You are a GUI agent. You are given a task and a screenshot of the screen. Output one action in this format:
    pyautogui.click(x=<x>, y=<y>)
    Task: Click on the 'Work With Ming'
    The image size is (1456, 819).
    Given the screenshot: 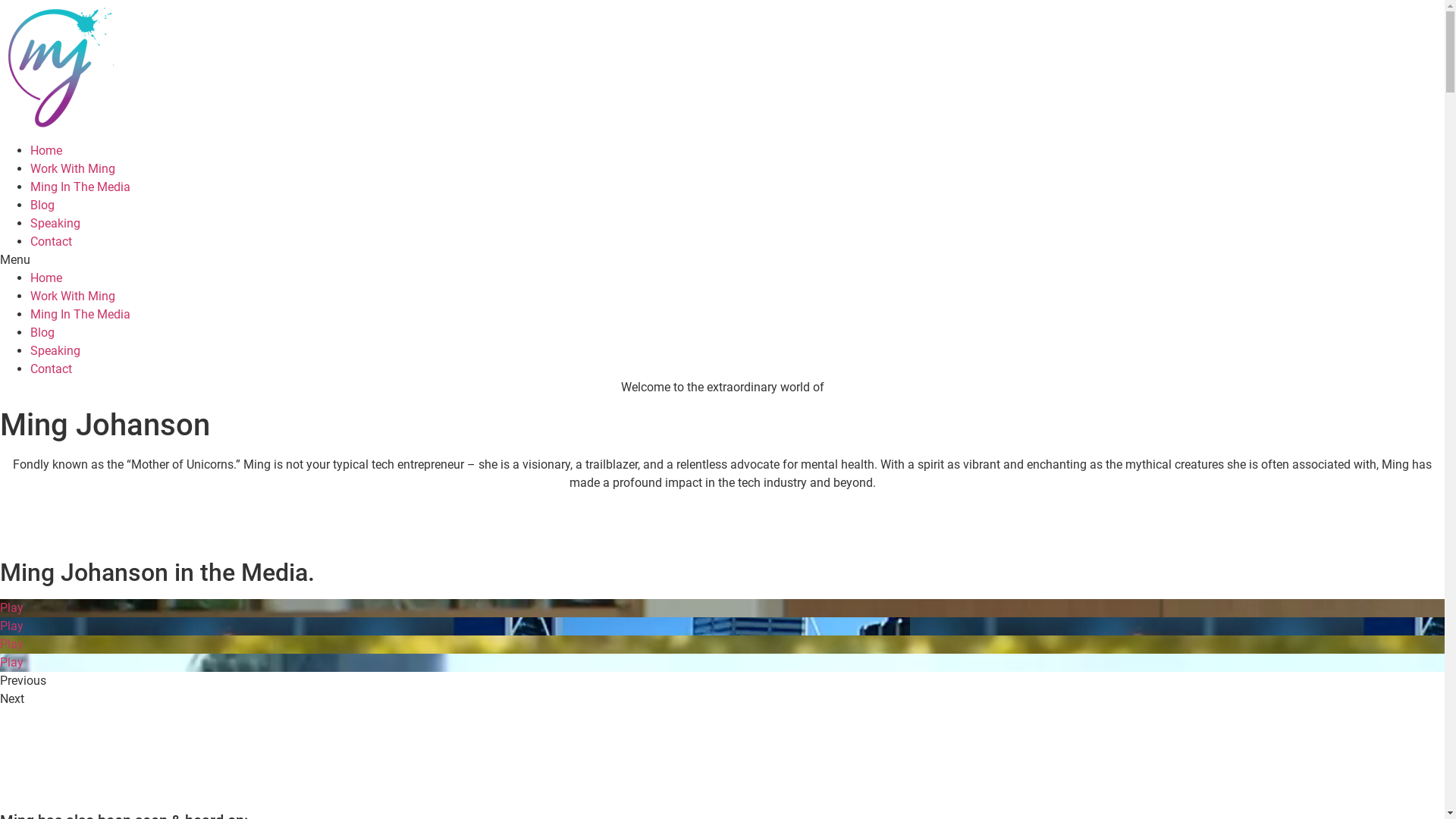 What is the action you would take?
    pyautogui.click(x=72, y=296)
    